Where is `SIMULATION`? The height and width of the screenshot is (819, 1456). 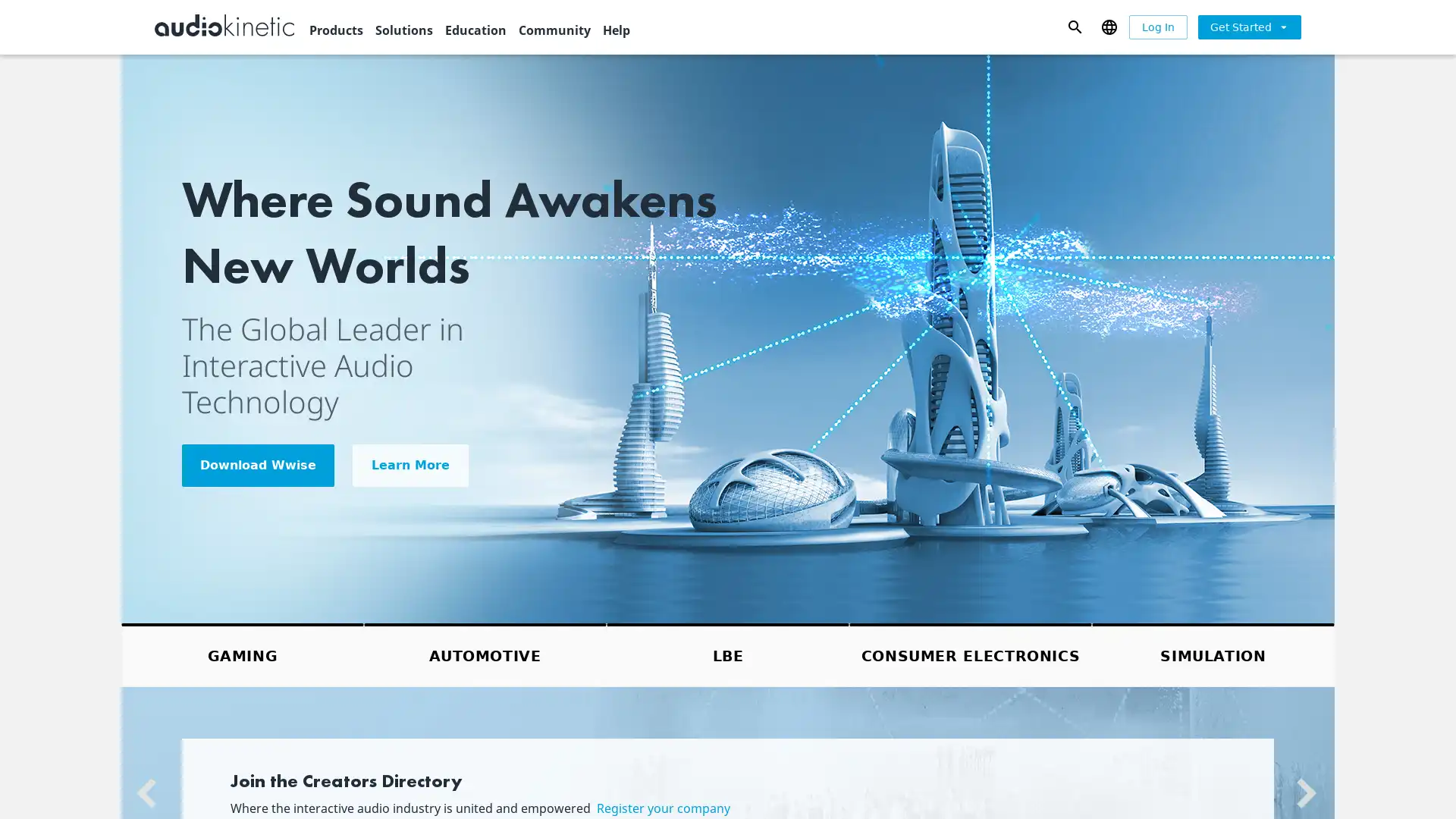
SIMULATION is located at coordinates (1212, 654).